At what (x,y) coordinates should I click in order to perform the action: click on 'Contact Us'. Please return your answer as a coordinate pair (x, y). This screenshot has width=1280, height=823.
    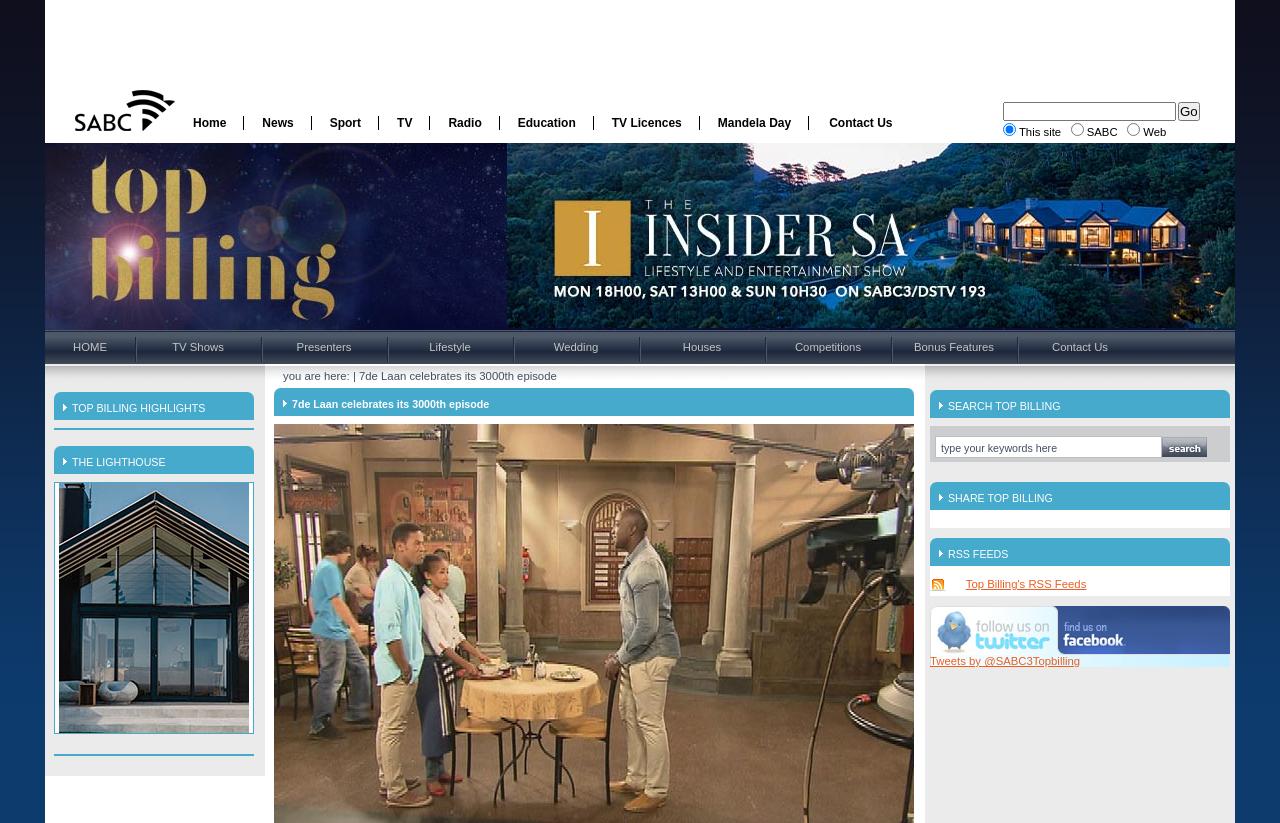
    Looking at the image, I should click on (860, 121).